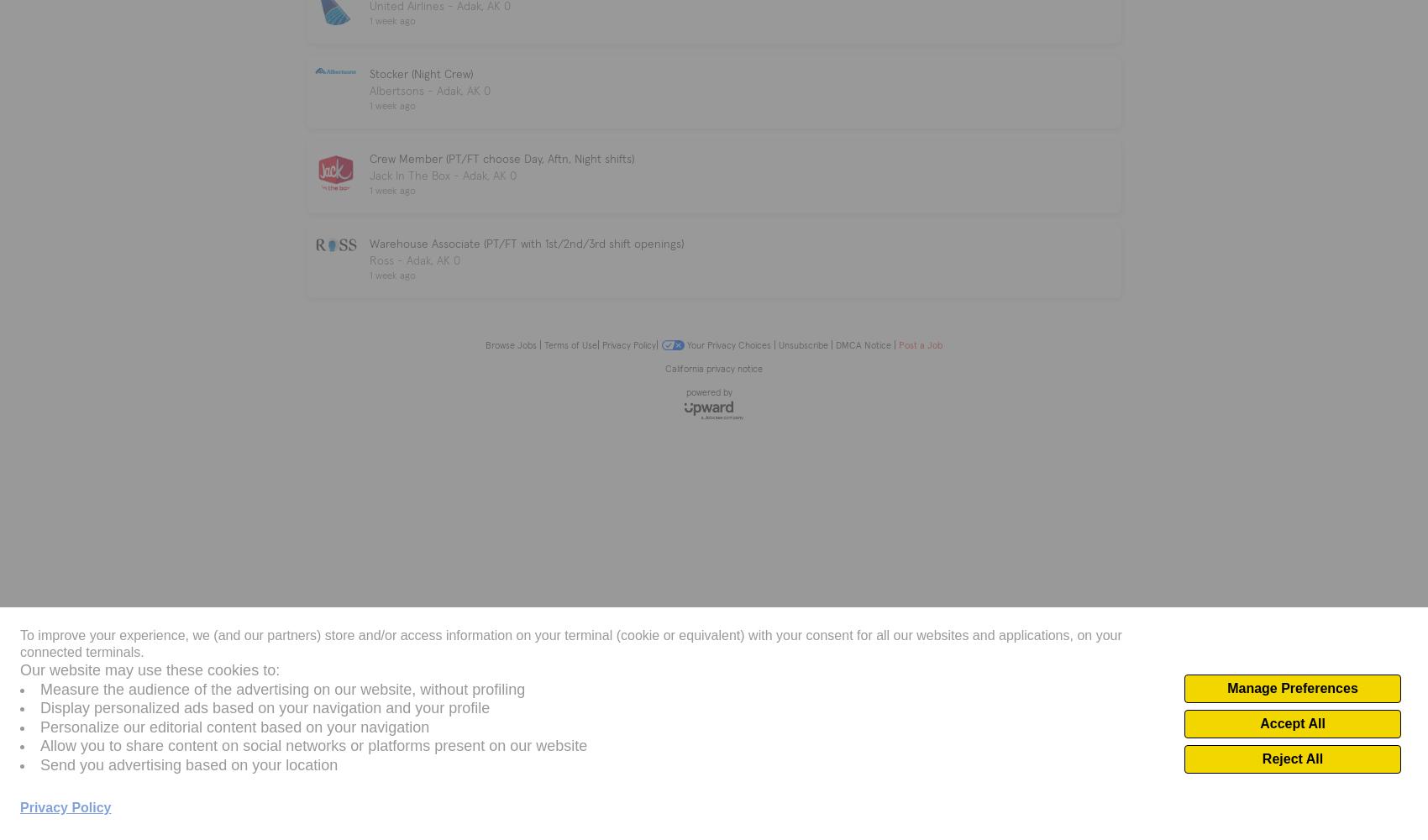  What do you see at coordinates (685, 391) in the screenshot?
I see `'powered by'` at bounding box center [685, 391].